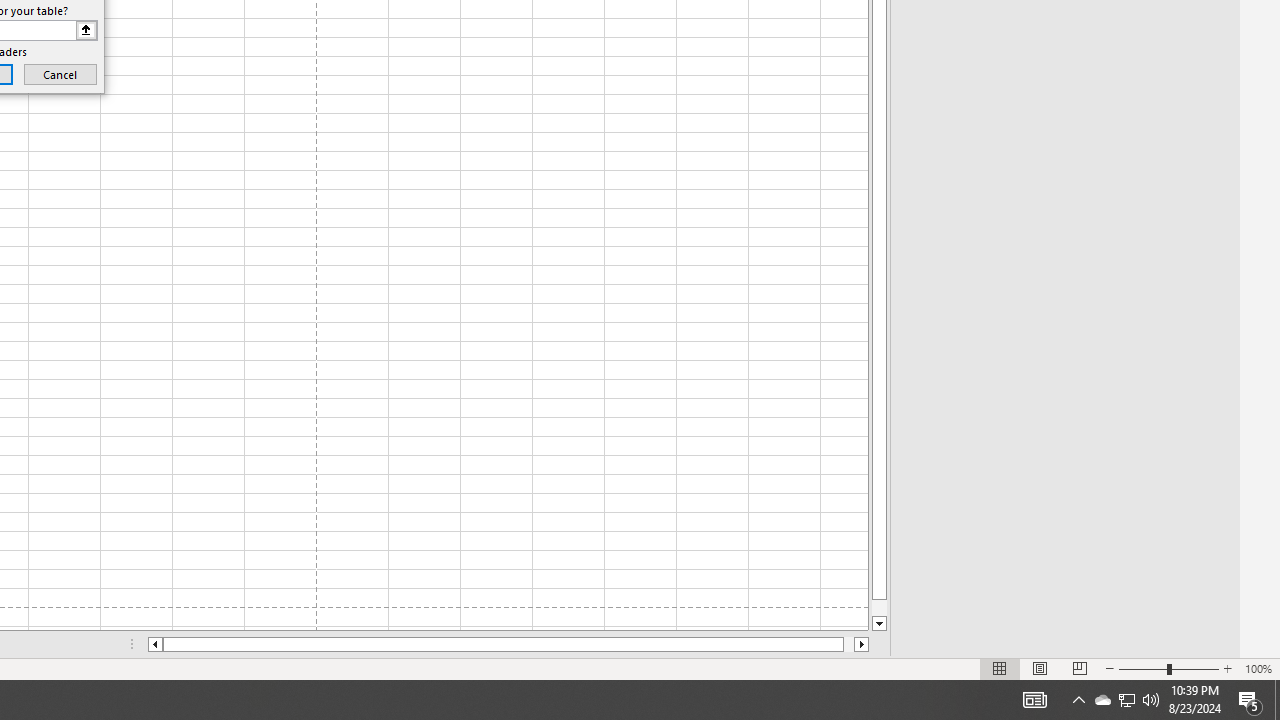 The height and width of the screenshot is (720, 1280). I want to click on 'Zoom', so click(1168, 669).